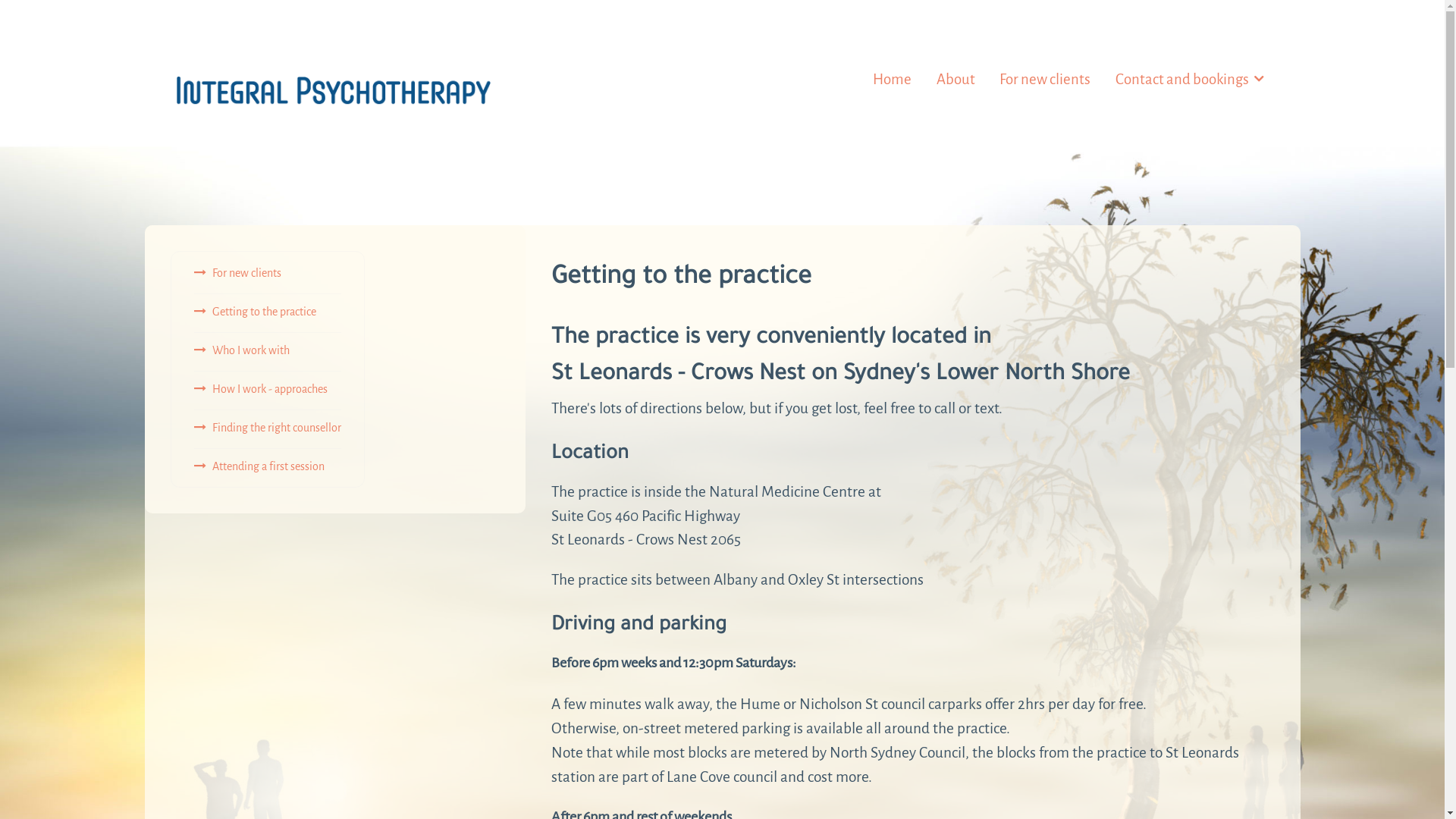 Image resolution: width=1456 pixels, height=819 pixels. I want to click on 'For new clients', so click(237, 271).